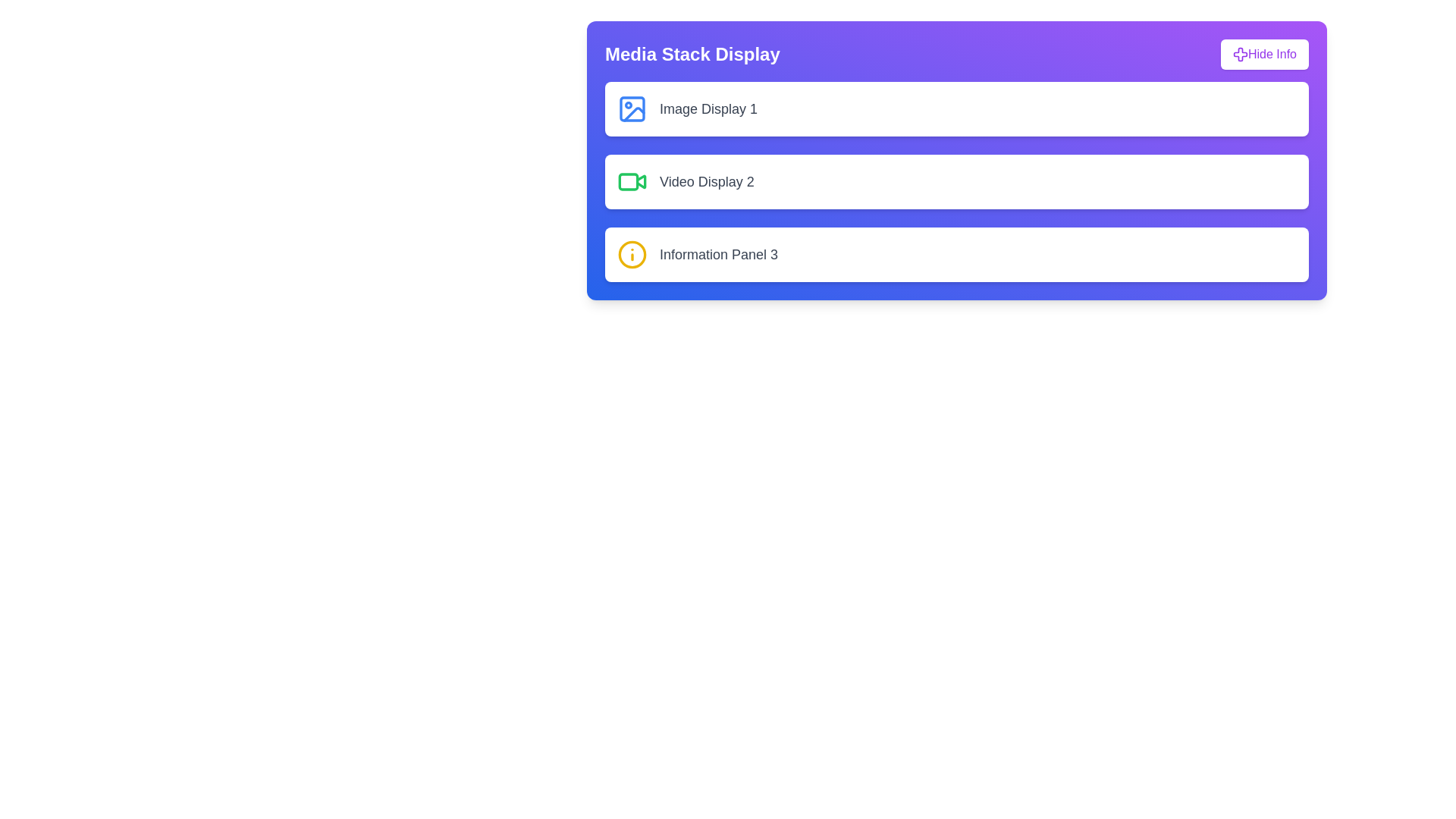 This screenshot has height=819, width=1456. Describe the element at coordinates (706, 180) in the screenshot. I see `text label titled 'Video Display 2', which is located in the second row of a vertically stacked list inside a card, positioned to the right of a video camera icon` at that location.